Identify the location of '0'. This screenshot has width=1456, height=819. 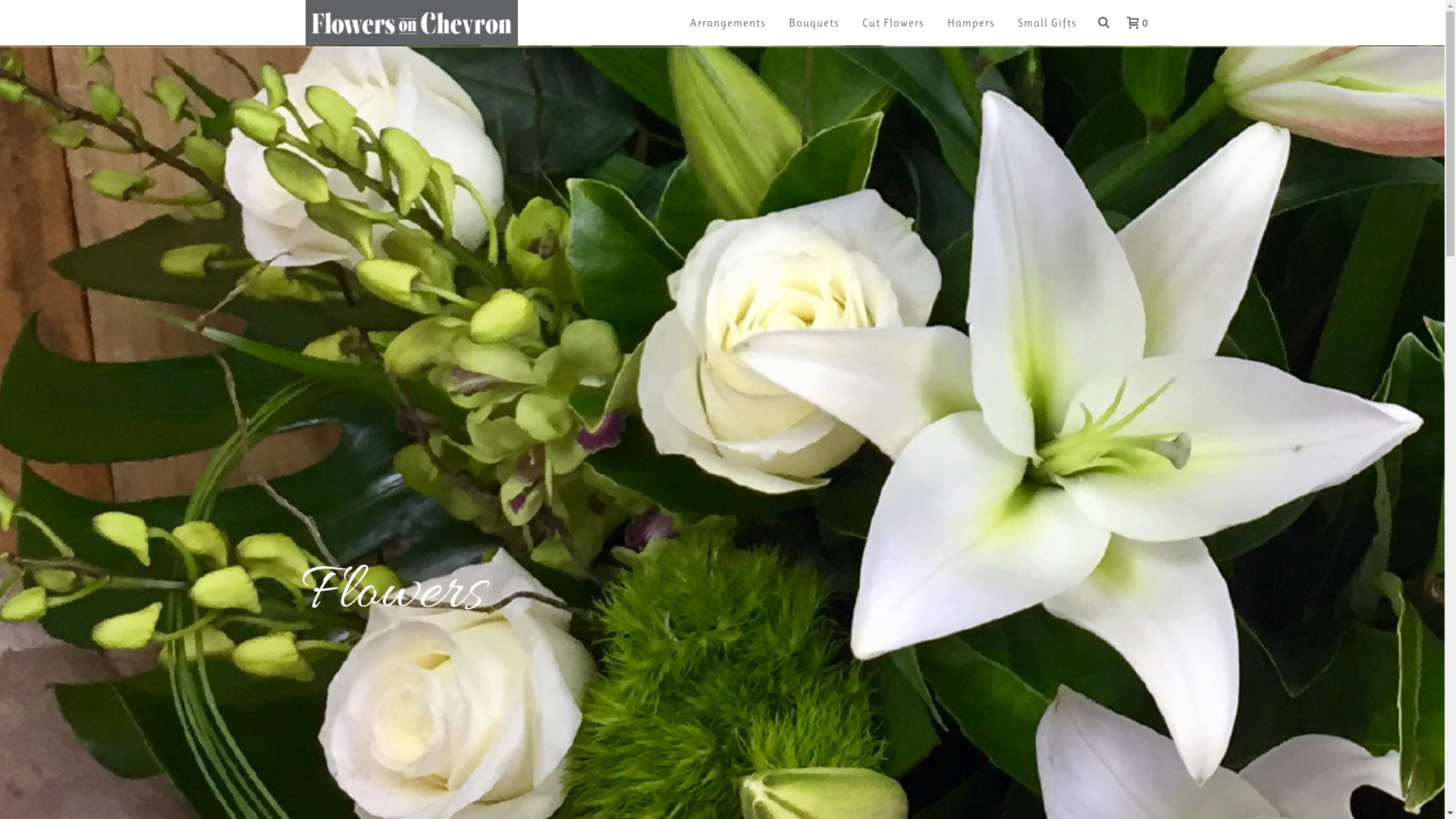
(1111, 22).